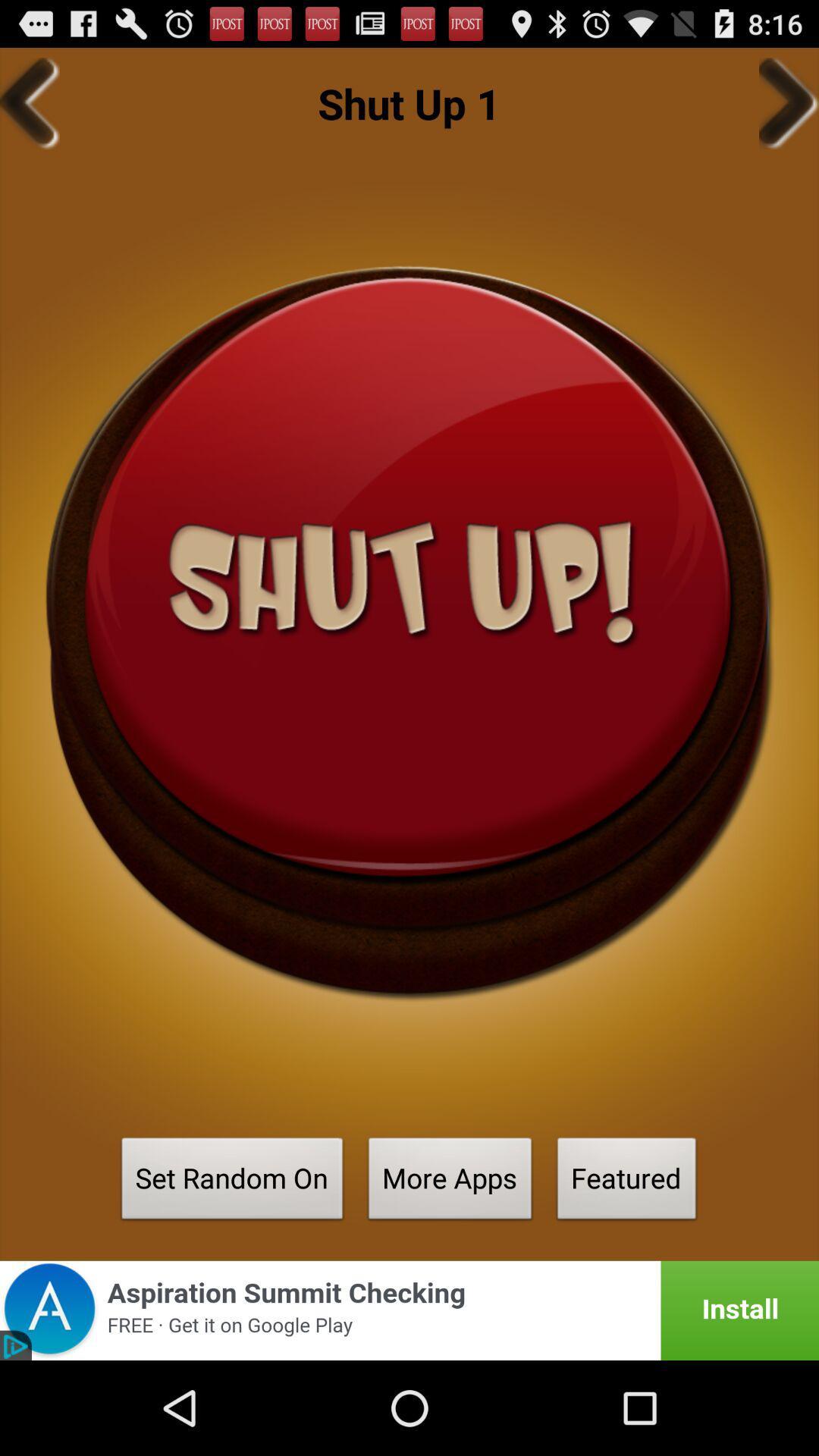  What do you see at coordinates (409, 632) in the screenshot?
I see `mute` at bounding box center [409, 632].